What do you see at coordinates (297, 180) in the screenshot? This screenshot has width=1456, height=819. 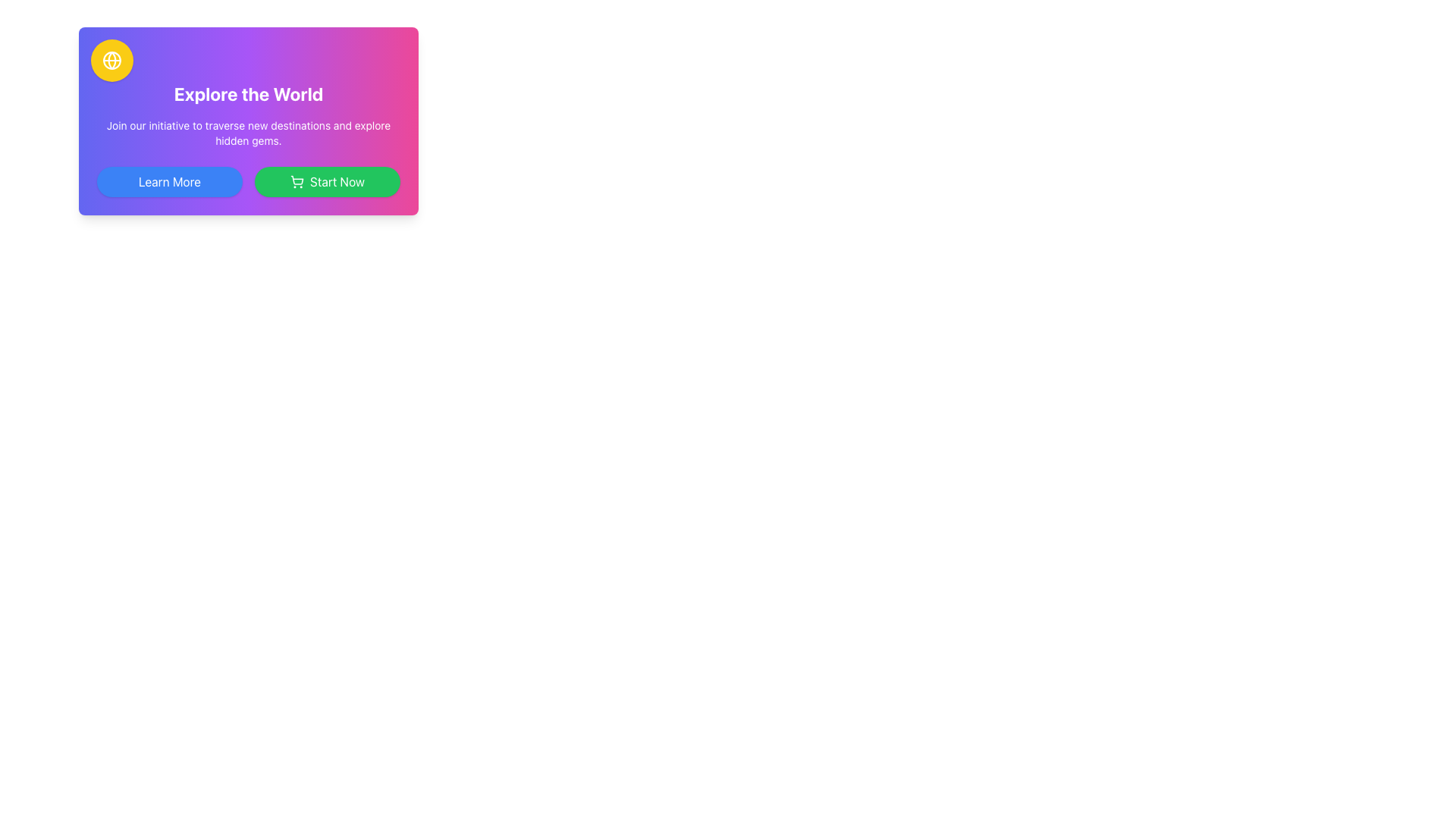 I see `the shopping cart icon, which is styled with a green background and is part of the 'Start Now' button located in the bottom-right section of the card labeled 'Explore the World'` at bounding box center [297, 180].